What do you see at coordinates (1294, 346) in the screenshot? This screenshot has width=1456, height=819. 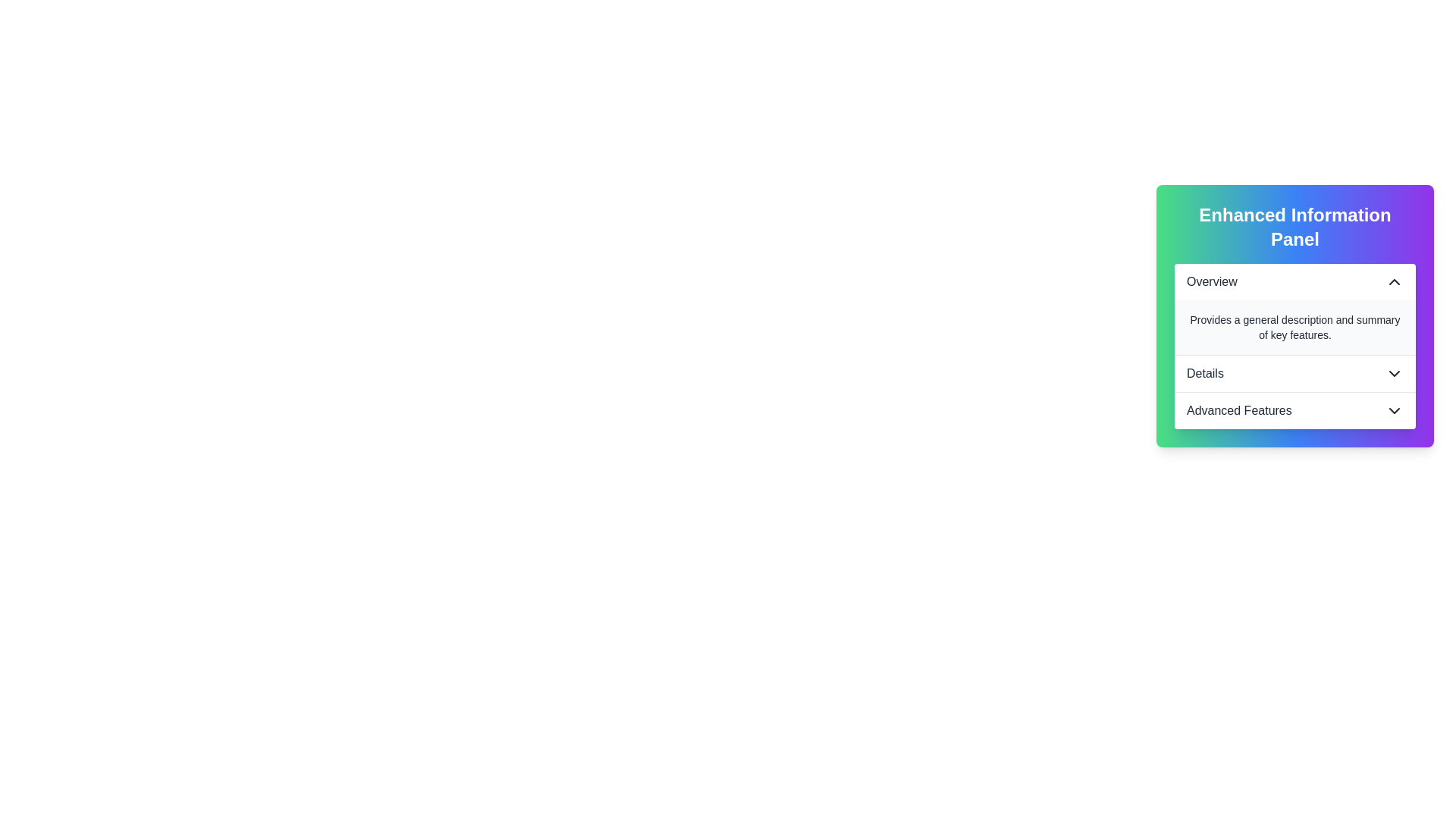 I see `the Collapsible information panel section located under the 'Enhanced Information Panel' heading, which contains a title and description of key features` at bounding box center [1294, 346].